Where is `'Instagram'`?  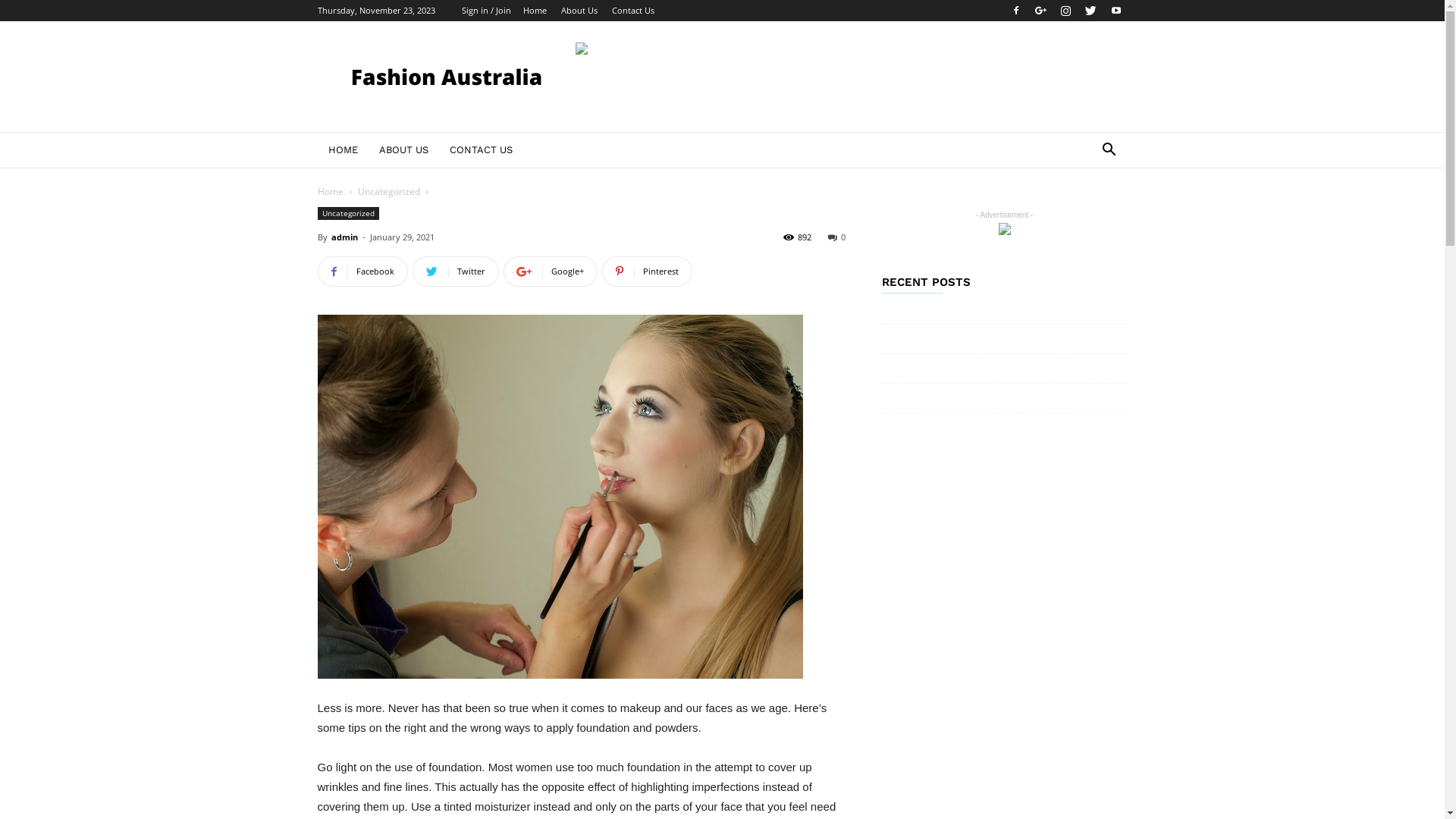 'Instagram' is located at coordinates (1065, 11).